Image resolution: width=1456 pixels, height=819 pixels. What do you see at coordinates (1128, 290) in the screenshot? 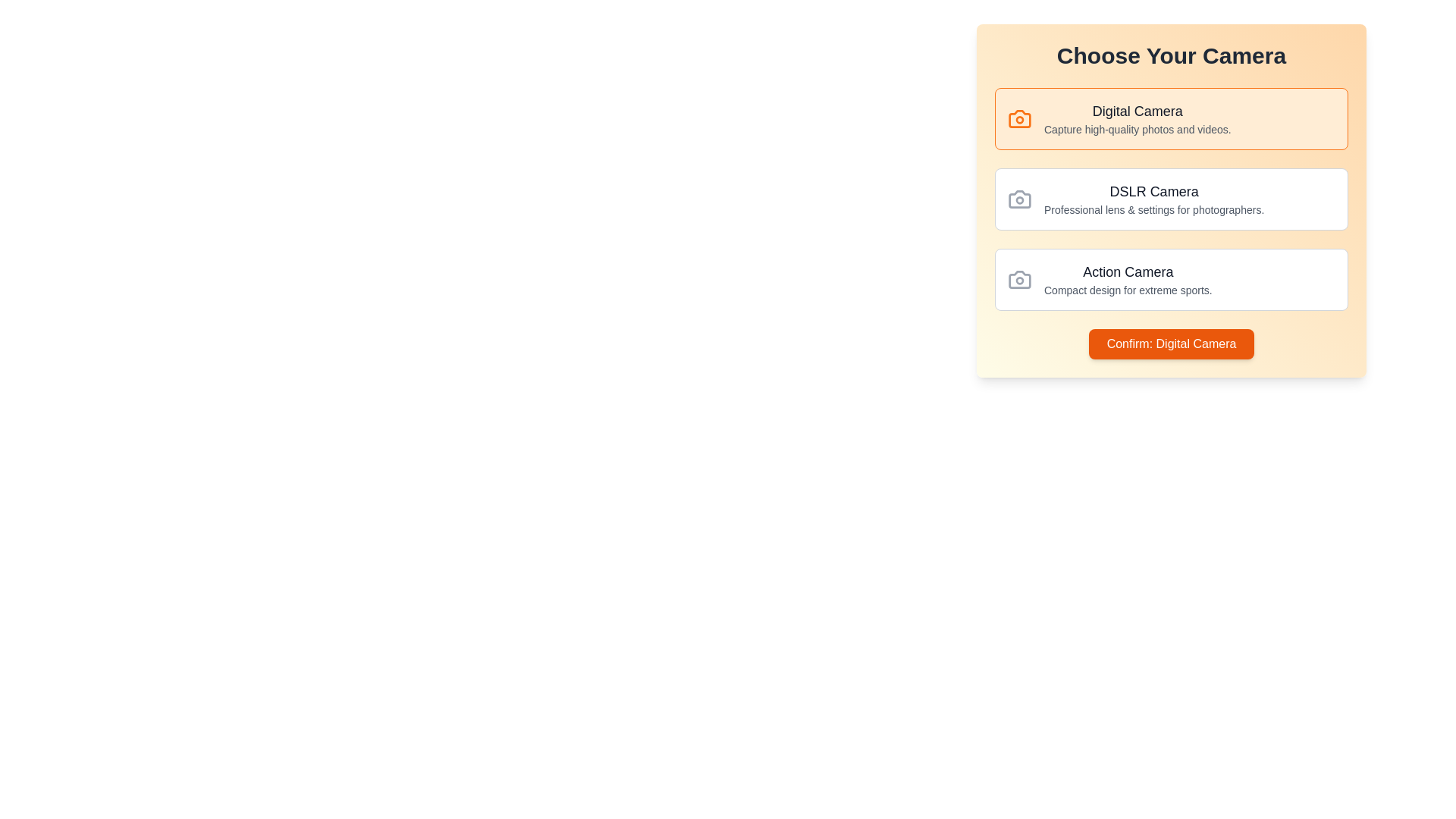
I see `the text component displaying 'Compact design for extreme sports.' located below the title 'Action Camera' in the bottom-right section of the interface` at bounding box center [1128, 290].